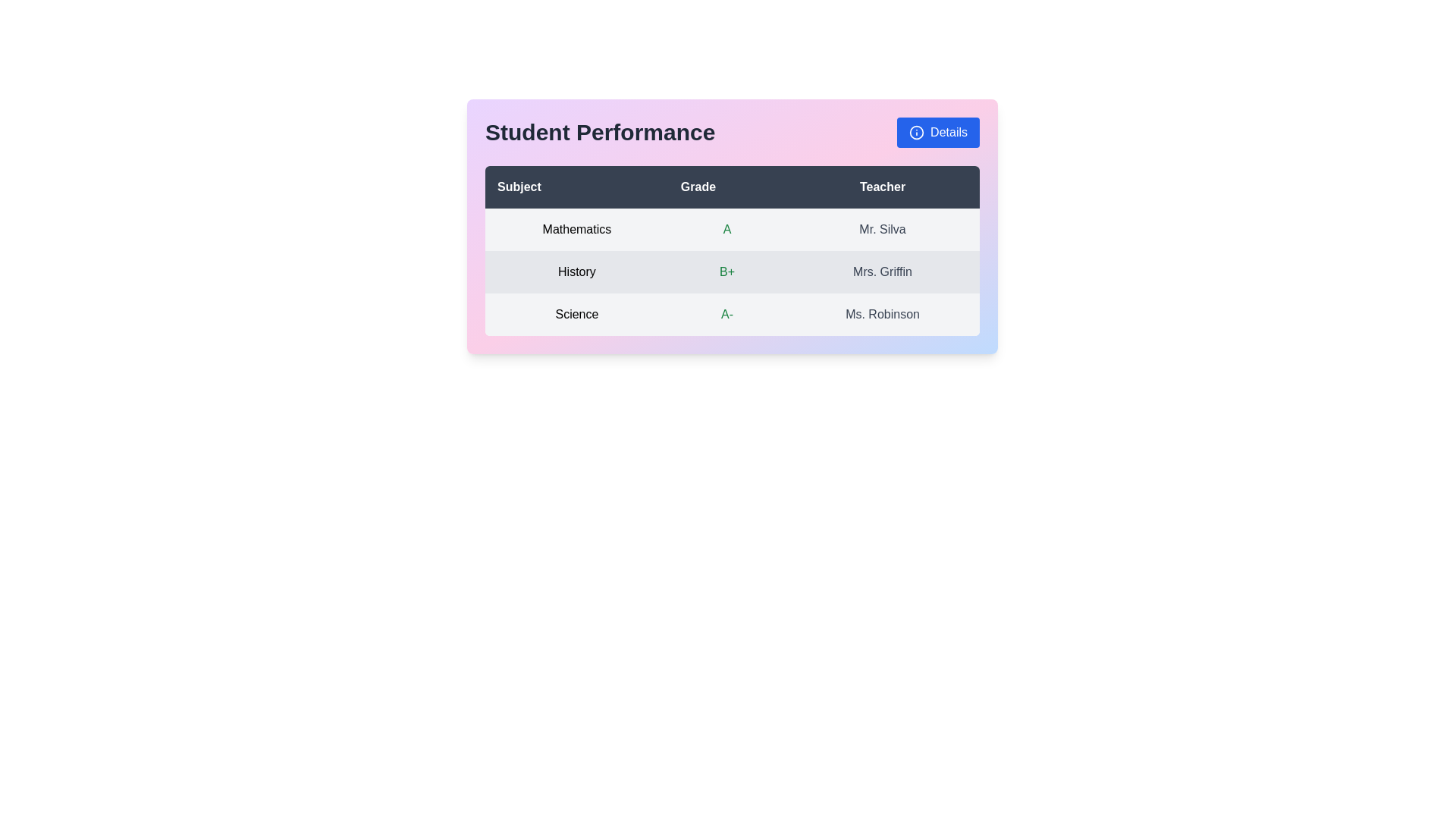  Describe the element at coordinates (732, 230) in the screenshot. I see `the first row of the tabular structure titled 'Student Performance'` at that location.